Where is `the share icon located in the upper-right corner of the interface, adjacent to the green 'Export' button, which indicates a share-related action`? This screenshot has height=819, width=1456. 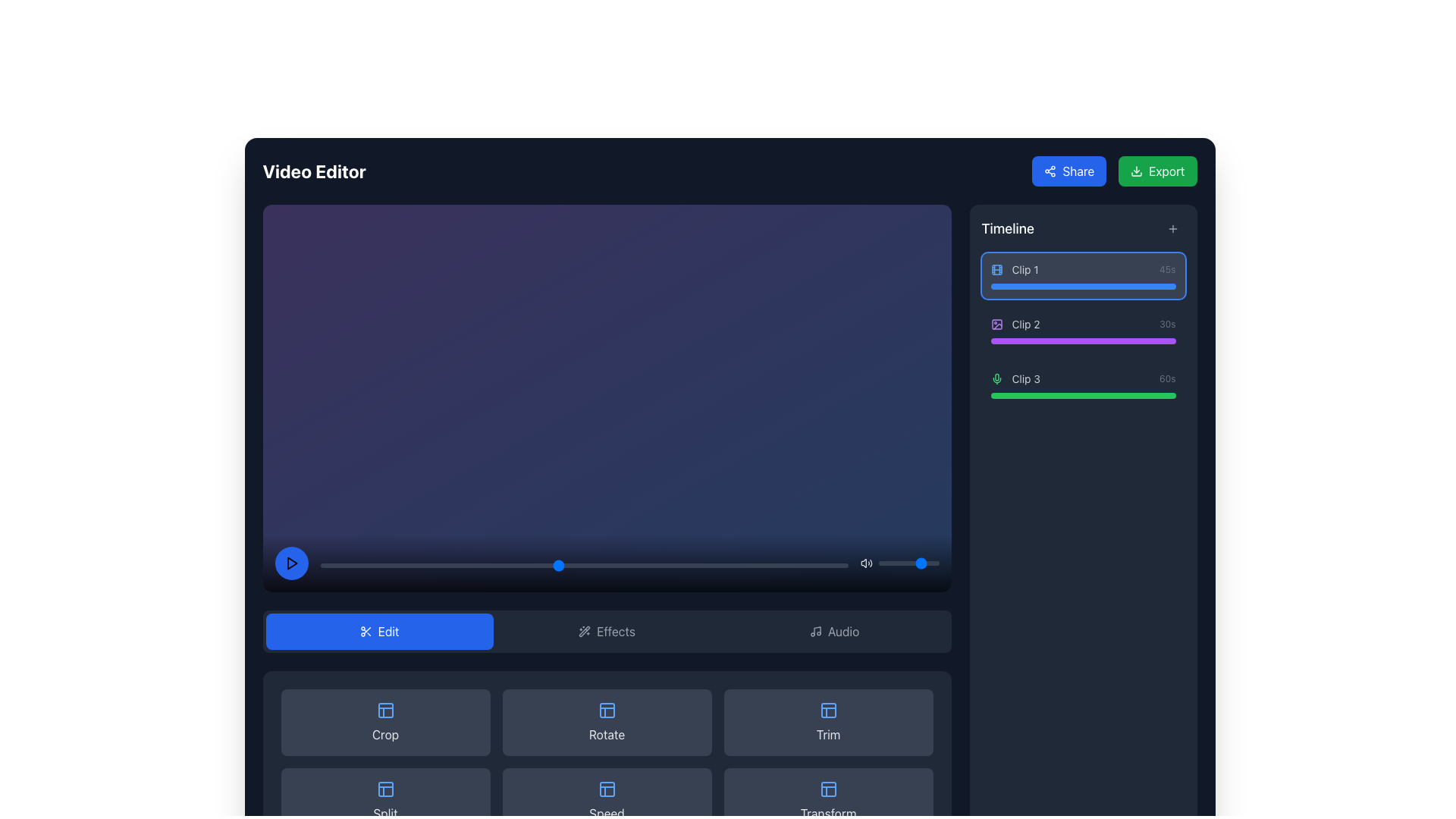
the share icon located in the upper-right corner of the interface, adjacent to the green 'Export' button, which indicates a share-related action is located at coordinates (1050, 171).